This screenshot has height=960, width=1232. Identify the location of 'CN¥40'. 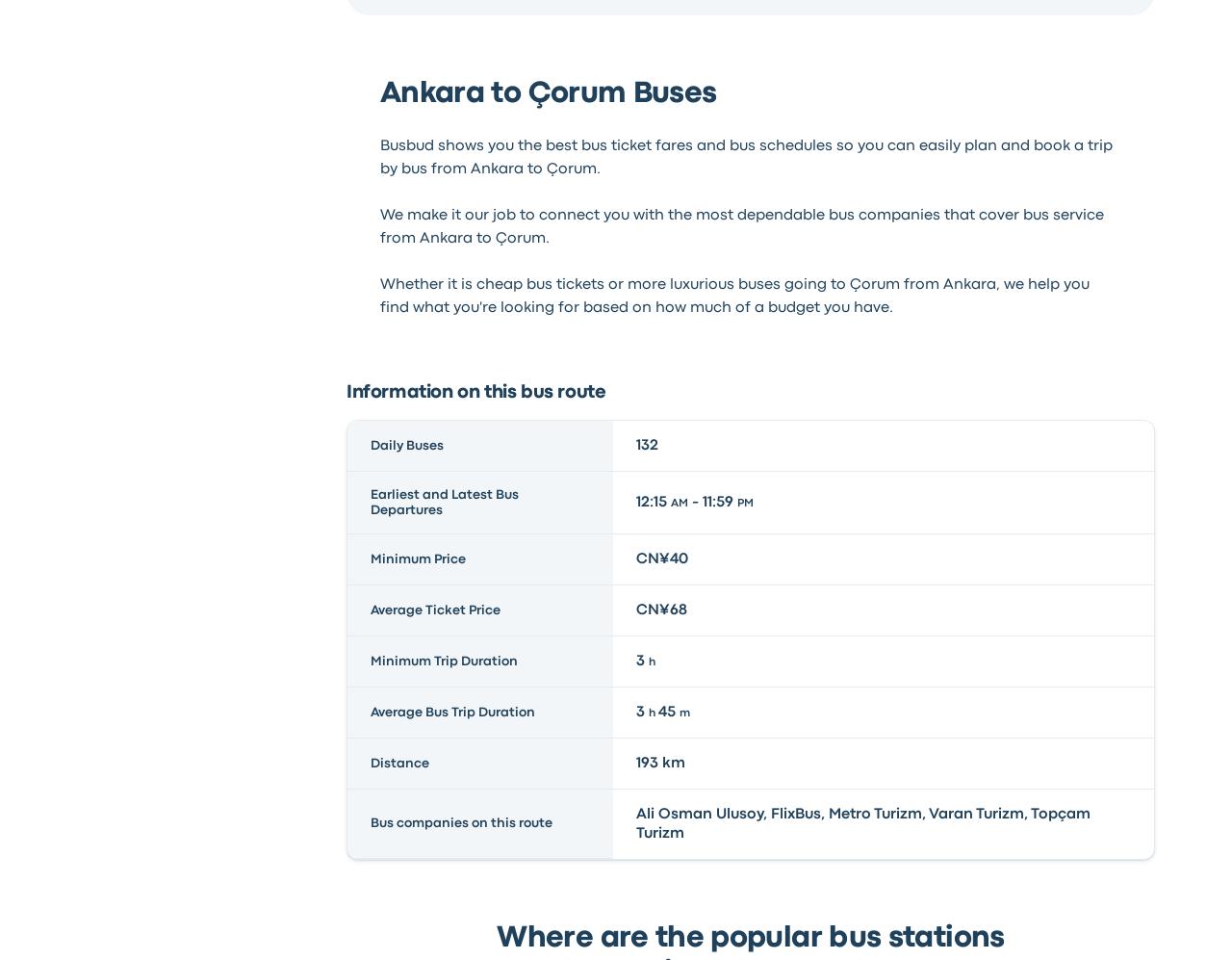
(635, 558).